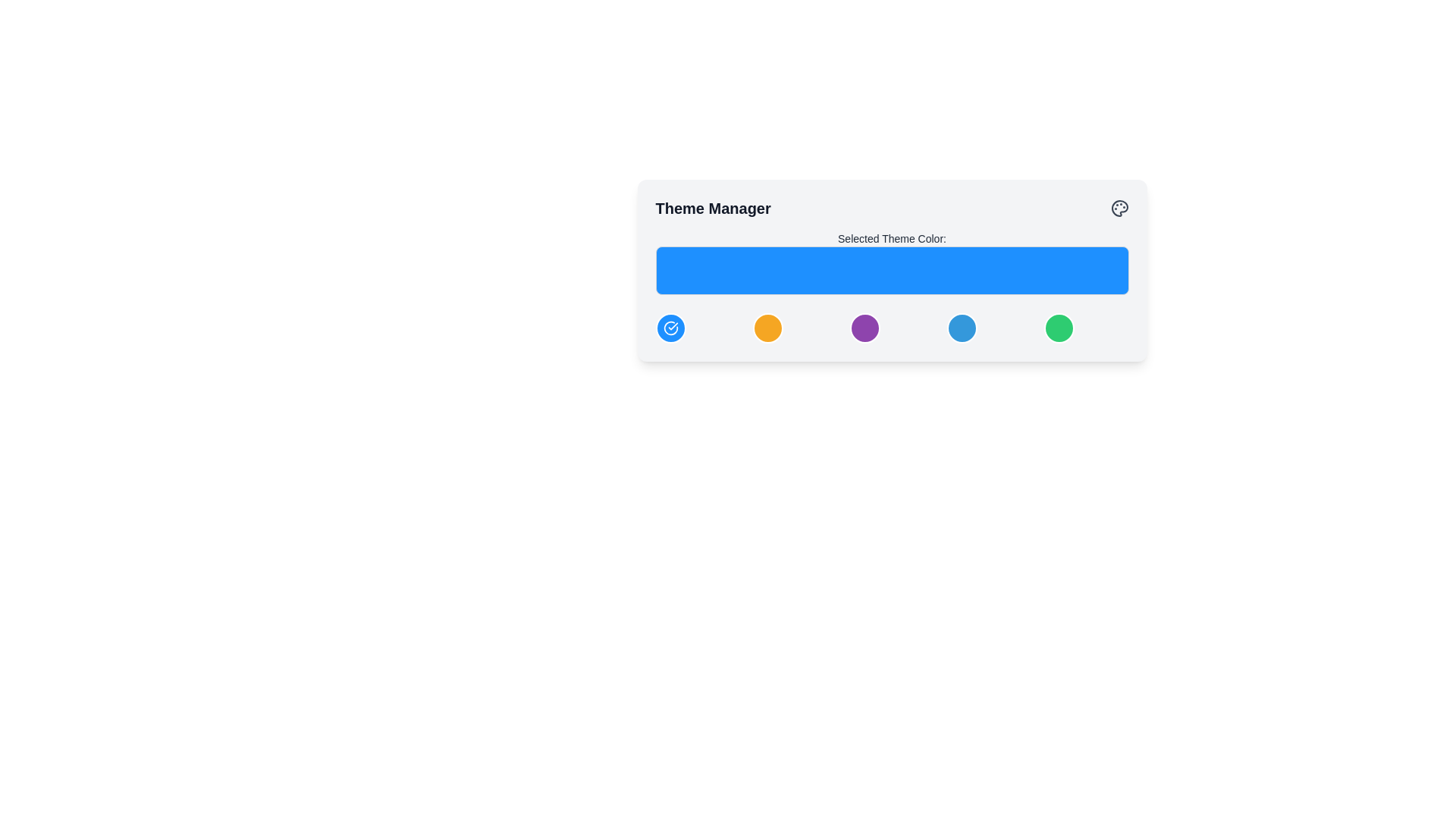 The width and height of the screenshot is (1456, 819). I want to click on the non-interactive heading text label located at the top-left corner of the menu, which indicates the content or feature of the associated section, so click(712, 208).